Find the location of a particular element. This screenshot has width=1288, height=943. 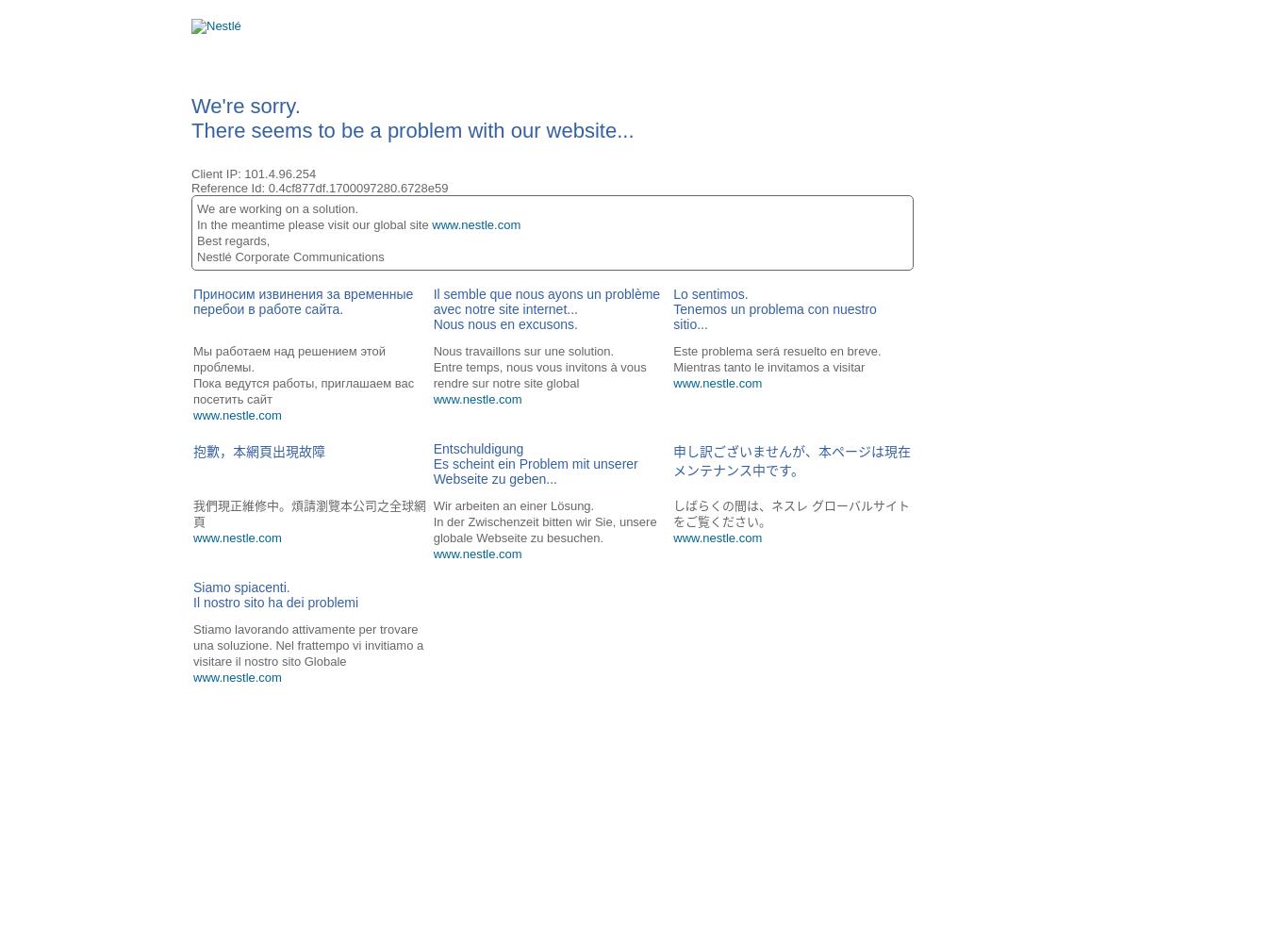

'Reference Id: 0.4cf877df.1700097280.6728e59' is located at coordinates (320, 187).